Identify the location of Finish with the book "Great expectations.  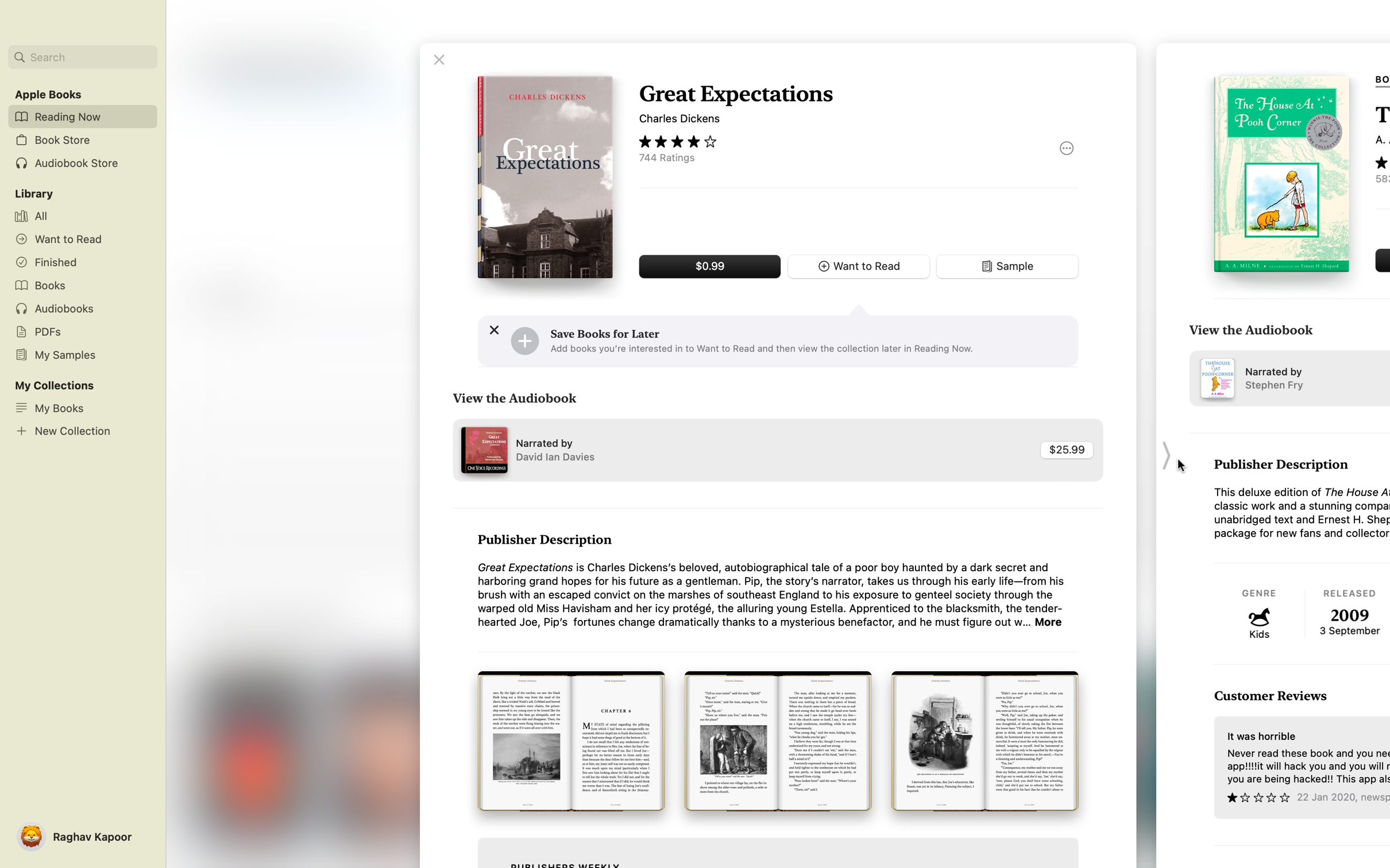
(438, 59).